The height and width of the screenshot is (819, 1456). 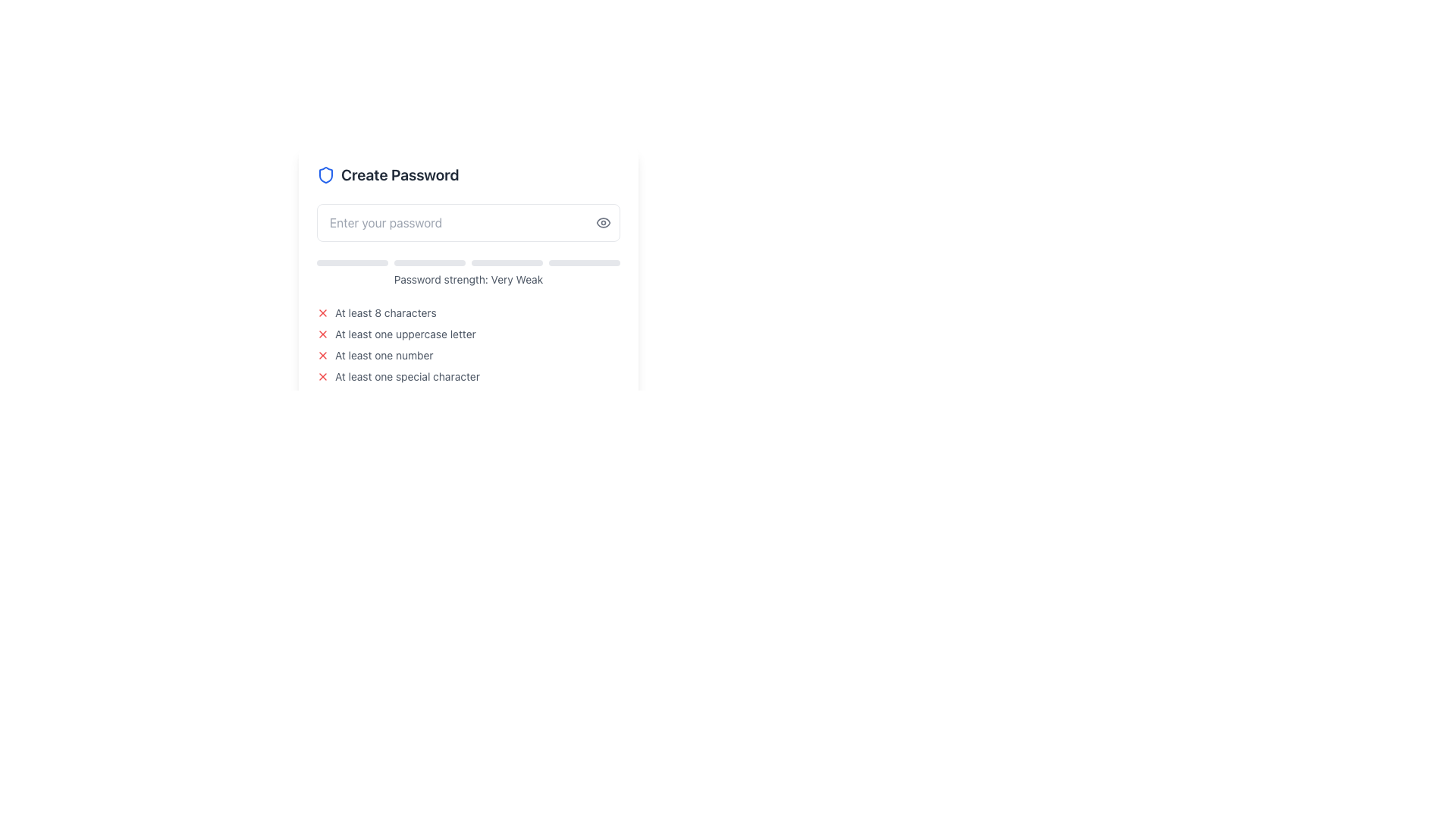 I want to click on the text indicating the requirement for at least one special character in the password, which is the last item in a vertically stacked list of password requirements, so click(x=468, y=376).